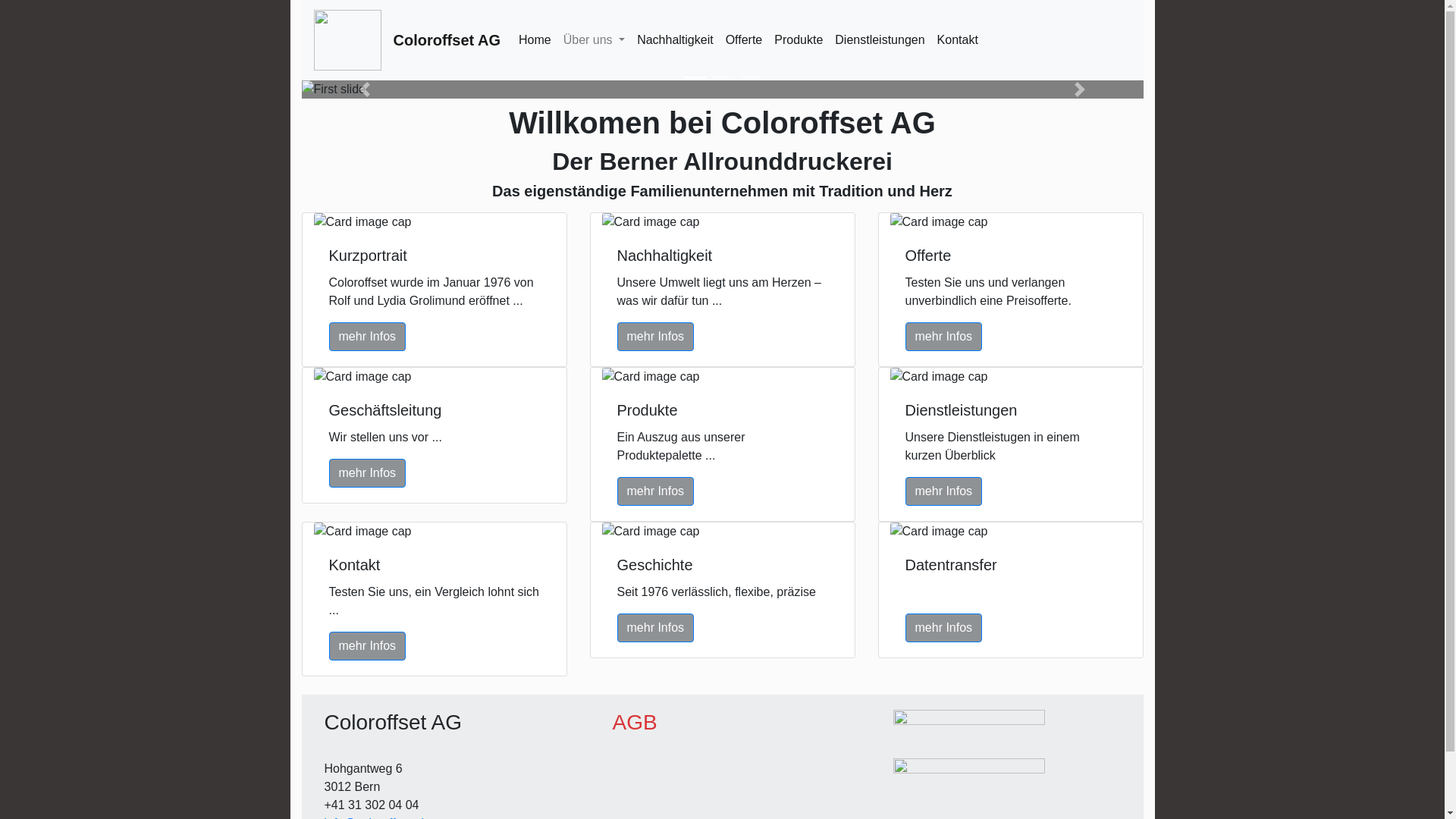 The height and width of the screenshot is (819, 1456). I want to click on 'AGB', so click(612, 721).